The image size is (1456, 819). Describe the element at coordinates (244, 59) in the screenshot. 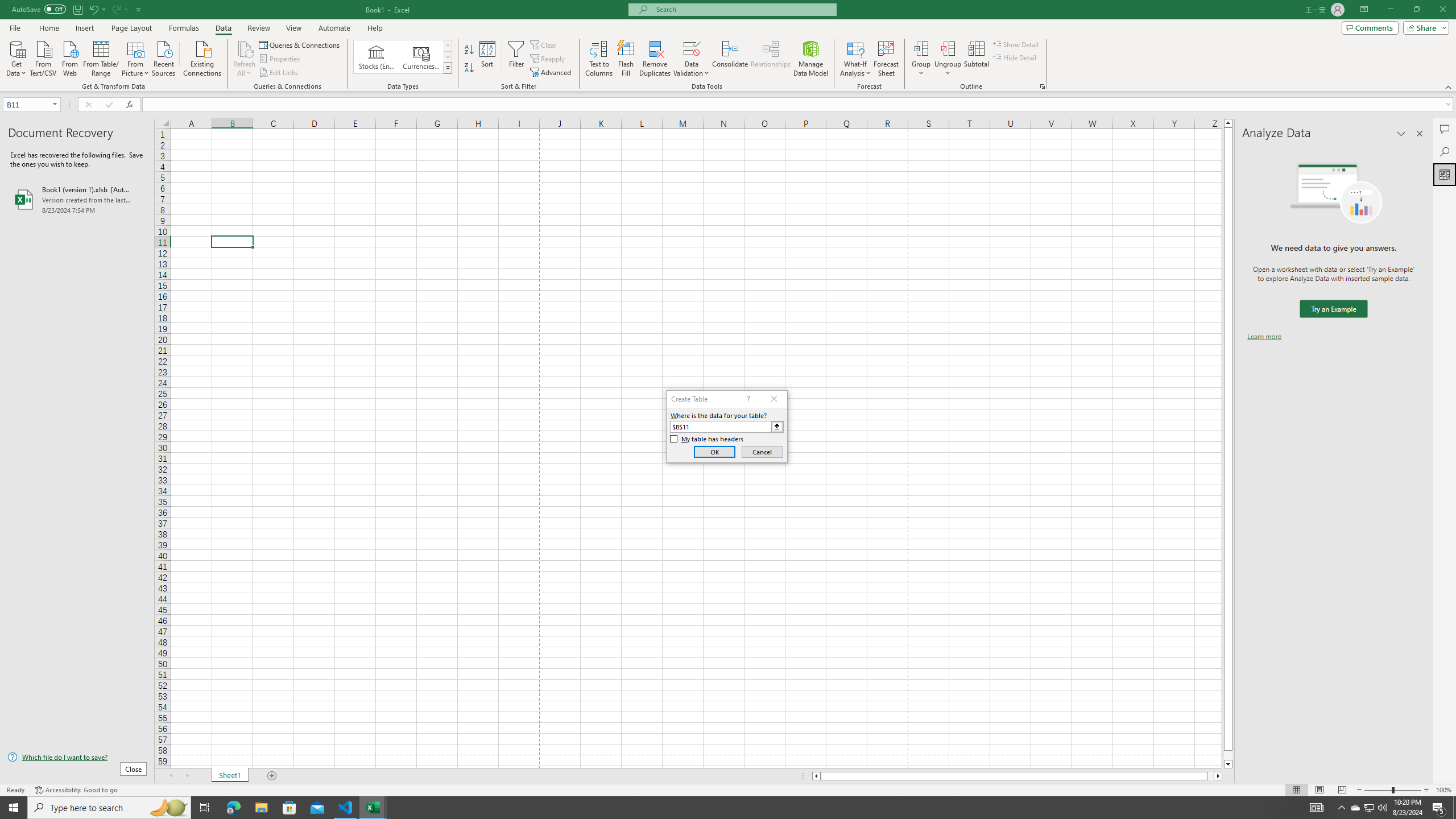

I see `'Refresh All'` at that location.